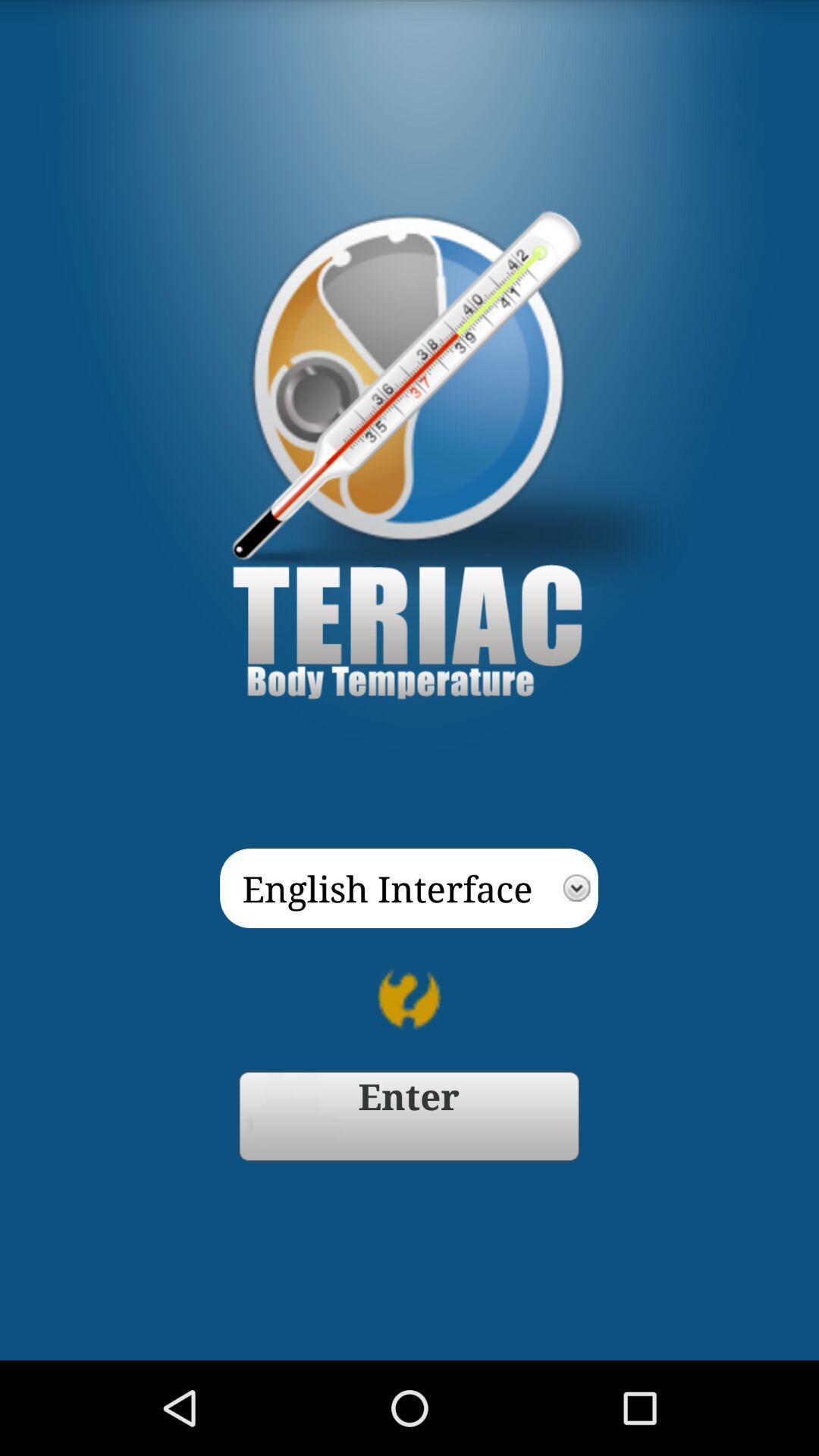 The image size is (819, 1456). What do you see at coordinates (409, 999) in the screenshot?
I see `help option` at bounding box center [409, 999].